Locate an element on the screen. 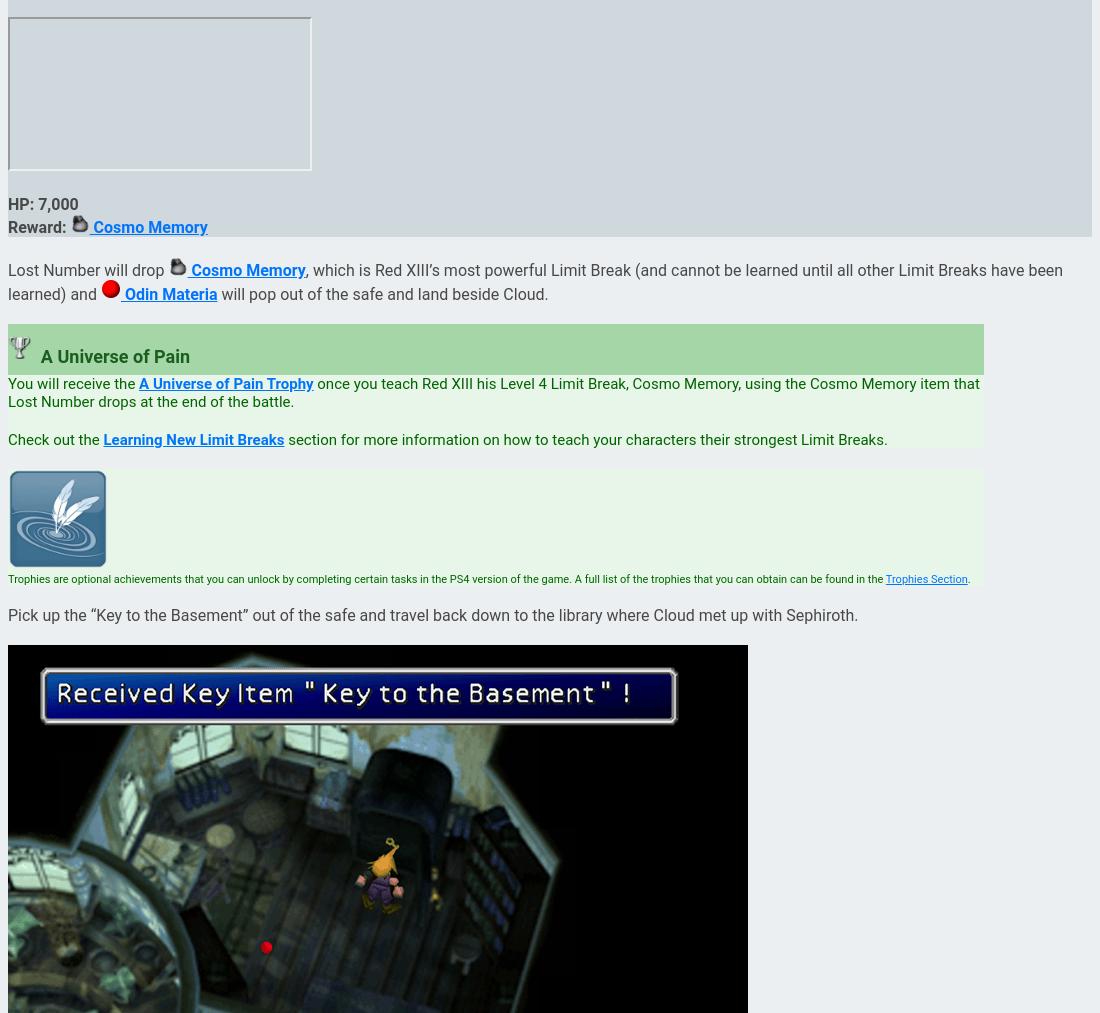 The height and width of the screenshot is (1013, 1100). 'HP: 7,000' is located at coordinates (42, 202).